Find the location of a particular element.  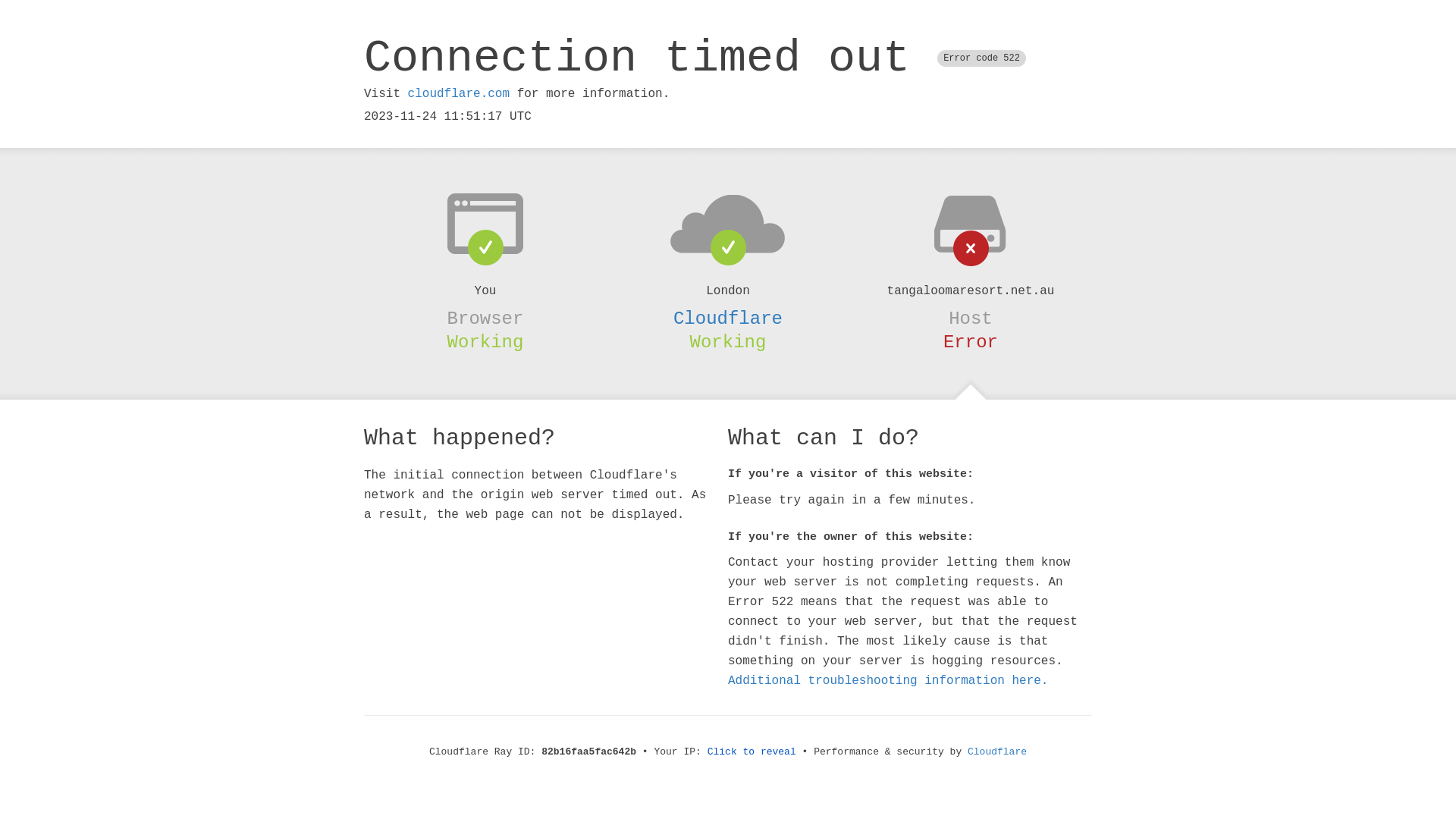

'cloudflare.com' is located at coordinates (457, 93).